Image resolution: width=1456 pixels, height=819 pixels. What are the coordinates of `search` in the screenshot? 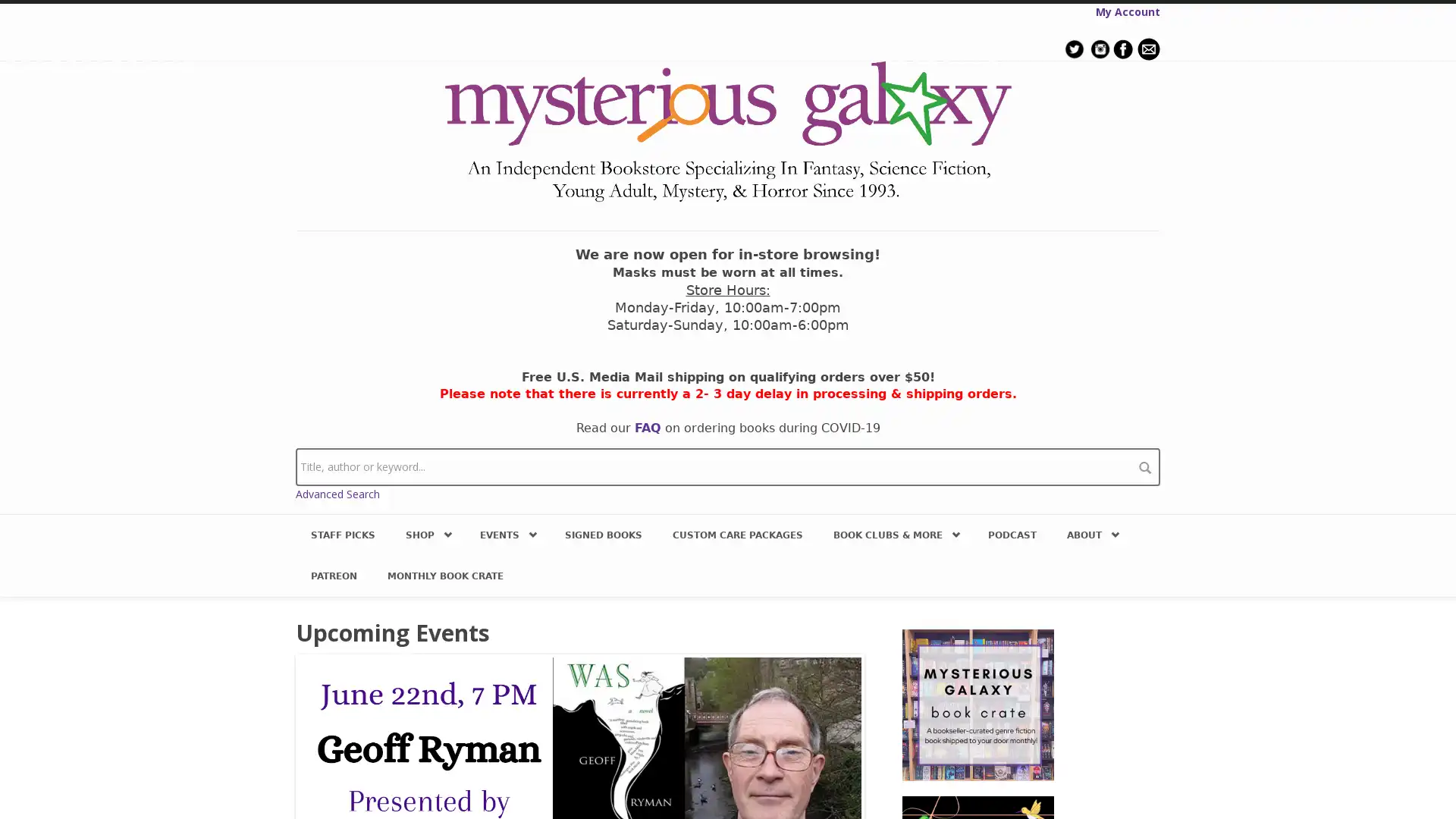 It's located at (1145, 466).